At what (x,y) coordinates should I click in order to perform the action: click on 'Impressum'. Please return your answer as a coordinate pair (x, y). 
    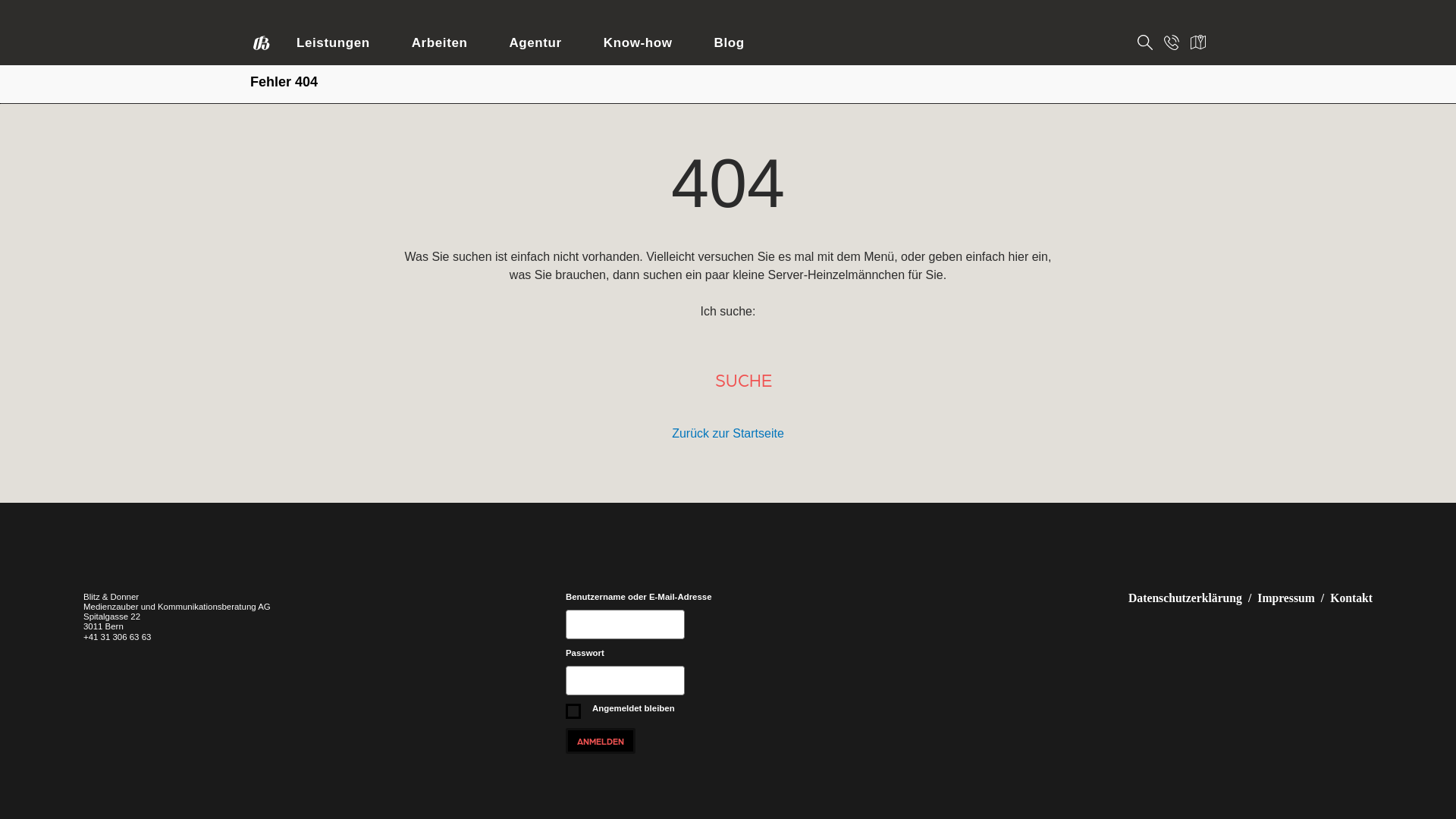
    Looking at the image, I should click on (1285, 598).